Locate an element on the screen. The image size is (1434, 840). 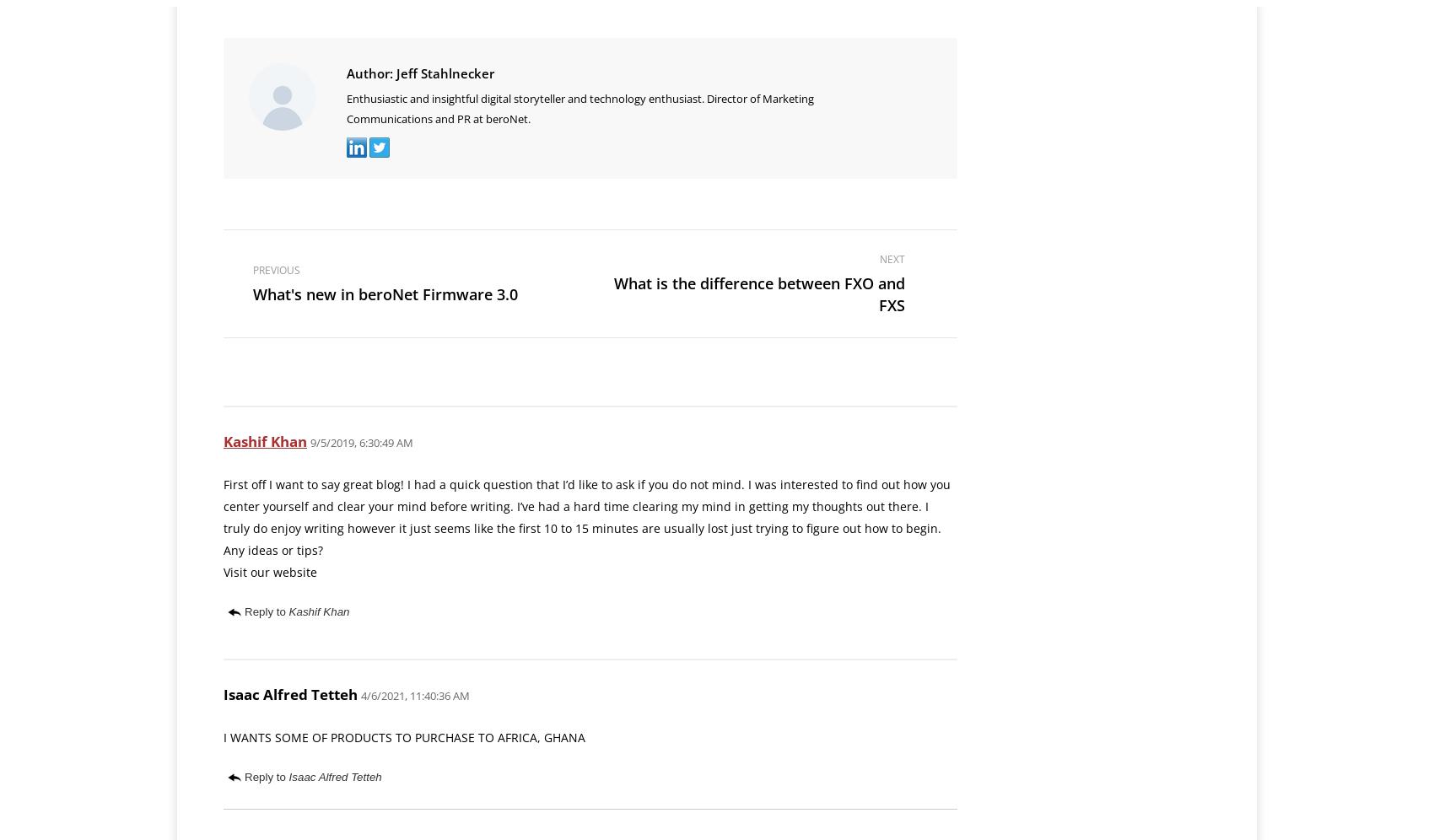
'Visit our website' is located at coordinates (269, 572).